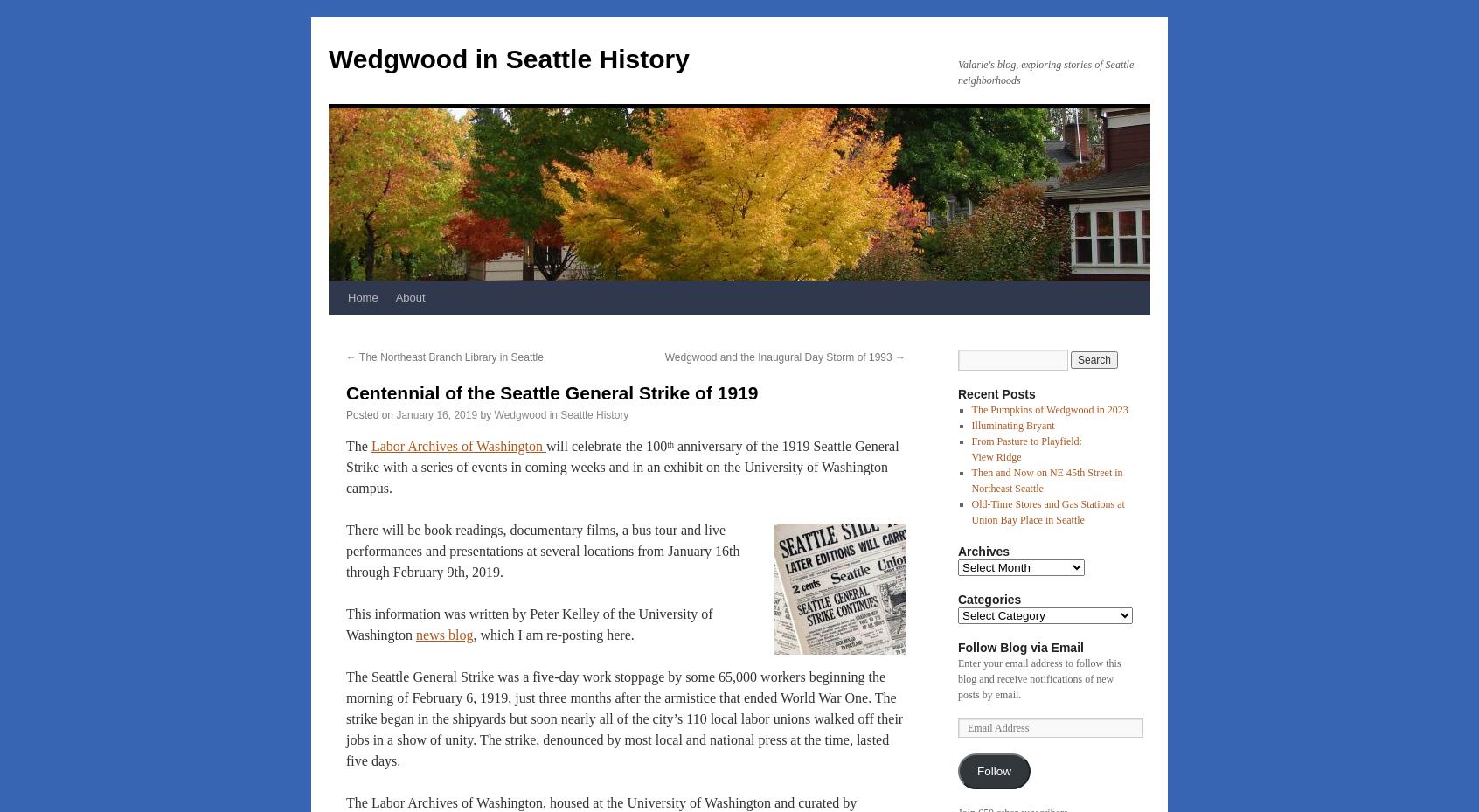 The image size is (1479, 812). I want to click on 'The Seattle General Strike was a five-day work stoppage by some 65,000 workers beginning the morning of February 6, 1919, just three months after the armistice that ended World War One. The strike began in the shipyards but soon nearly all of the city’s 110 local labor unions walked off their jobs in a show of unity. The strike, denounced by most local and national press at the time, lasted five days.', so click(345, 718).